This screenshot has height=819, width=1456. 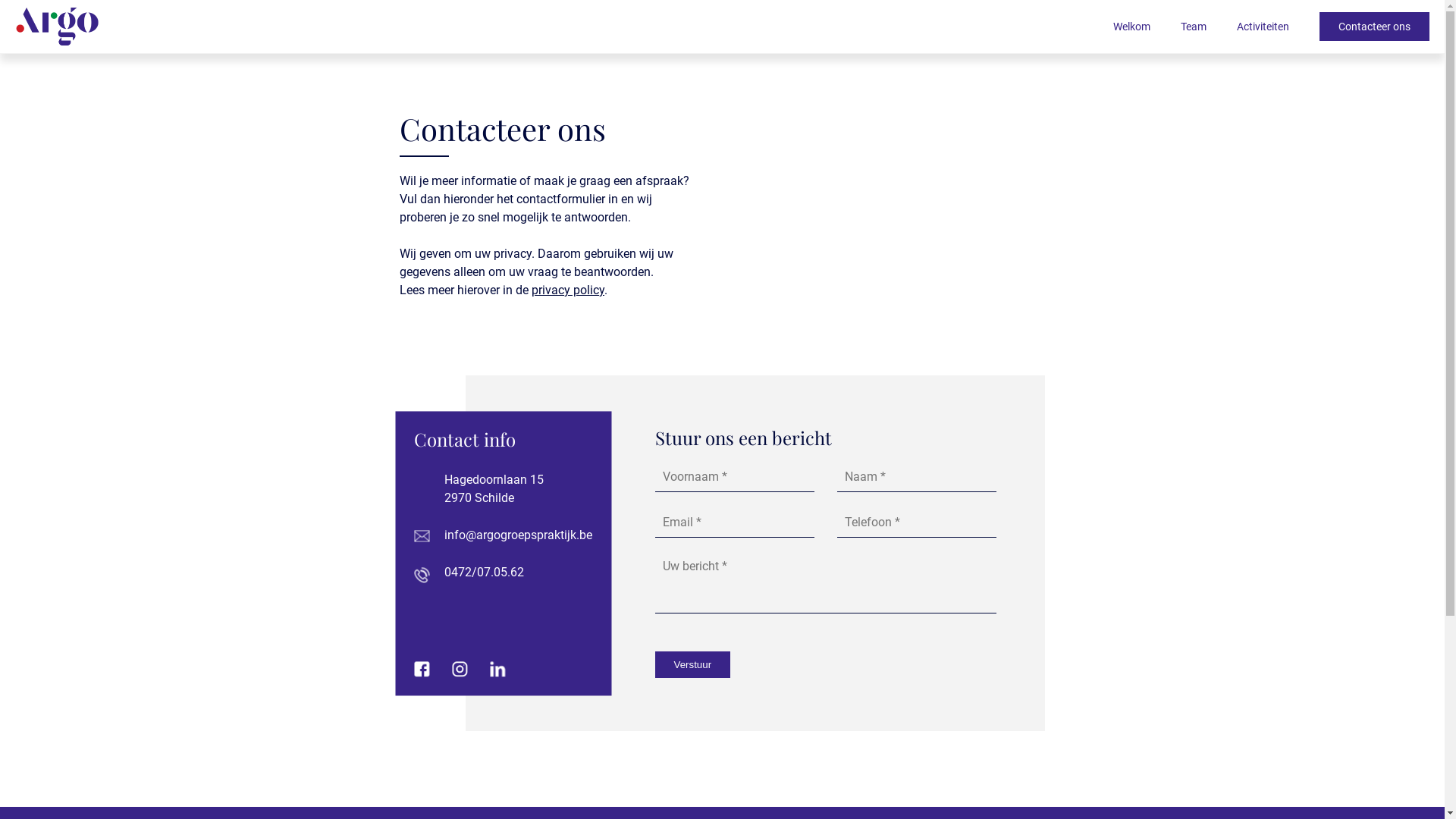 What do you see at coordinates (566, 290) in the screenshot?
I see `'privacy policy'` at bounding box center [566, 290].